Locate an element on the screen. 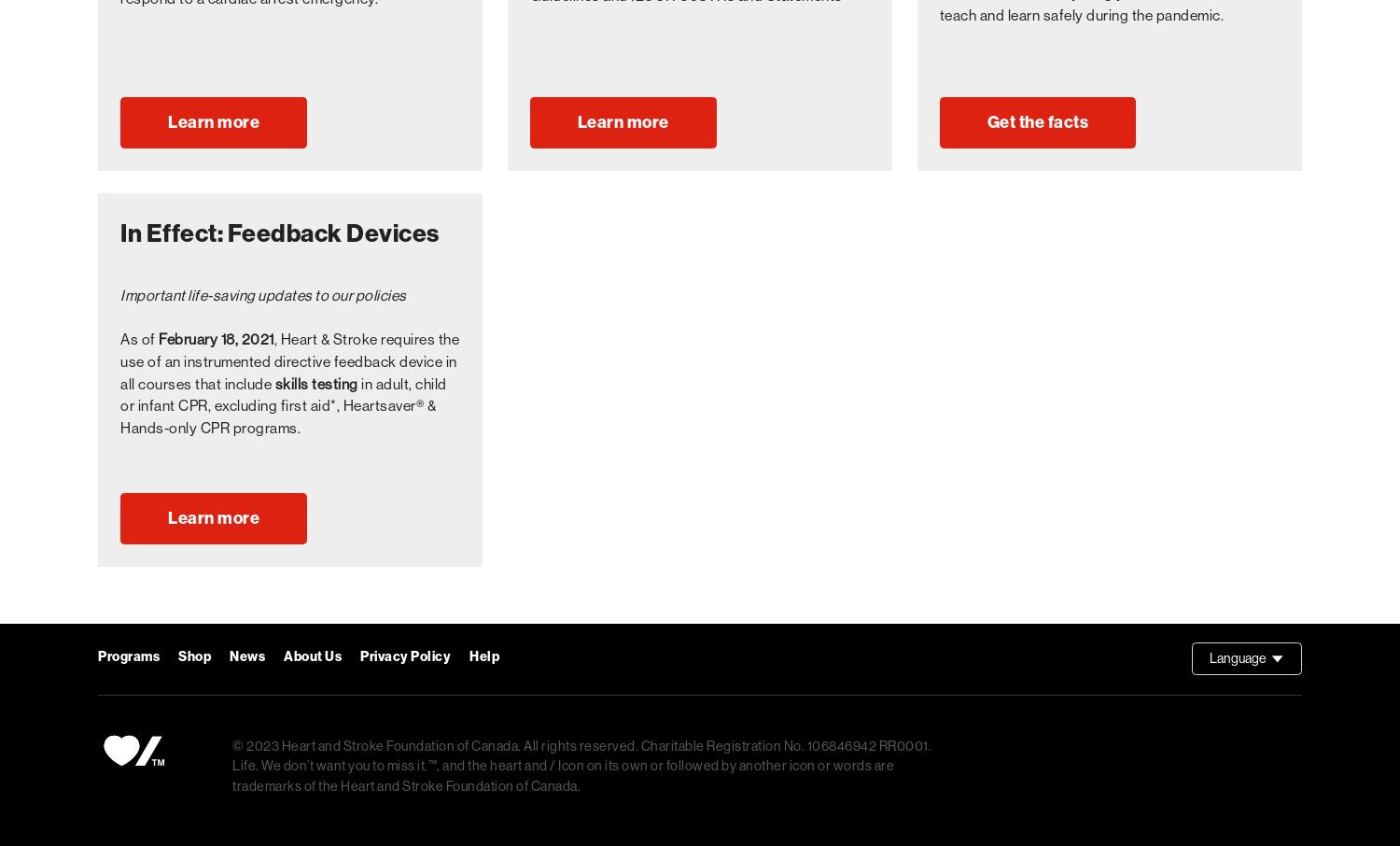 Image resolution: width=1400 pixels, height=846 pixels. 'Privacy Policy' is located at coordinates (405, 656).